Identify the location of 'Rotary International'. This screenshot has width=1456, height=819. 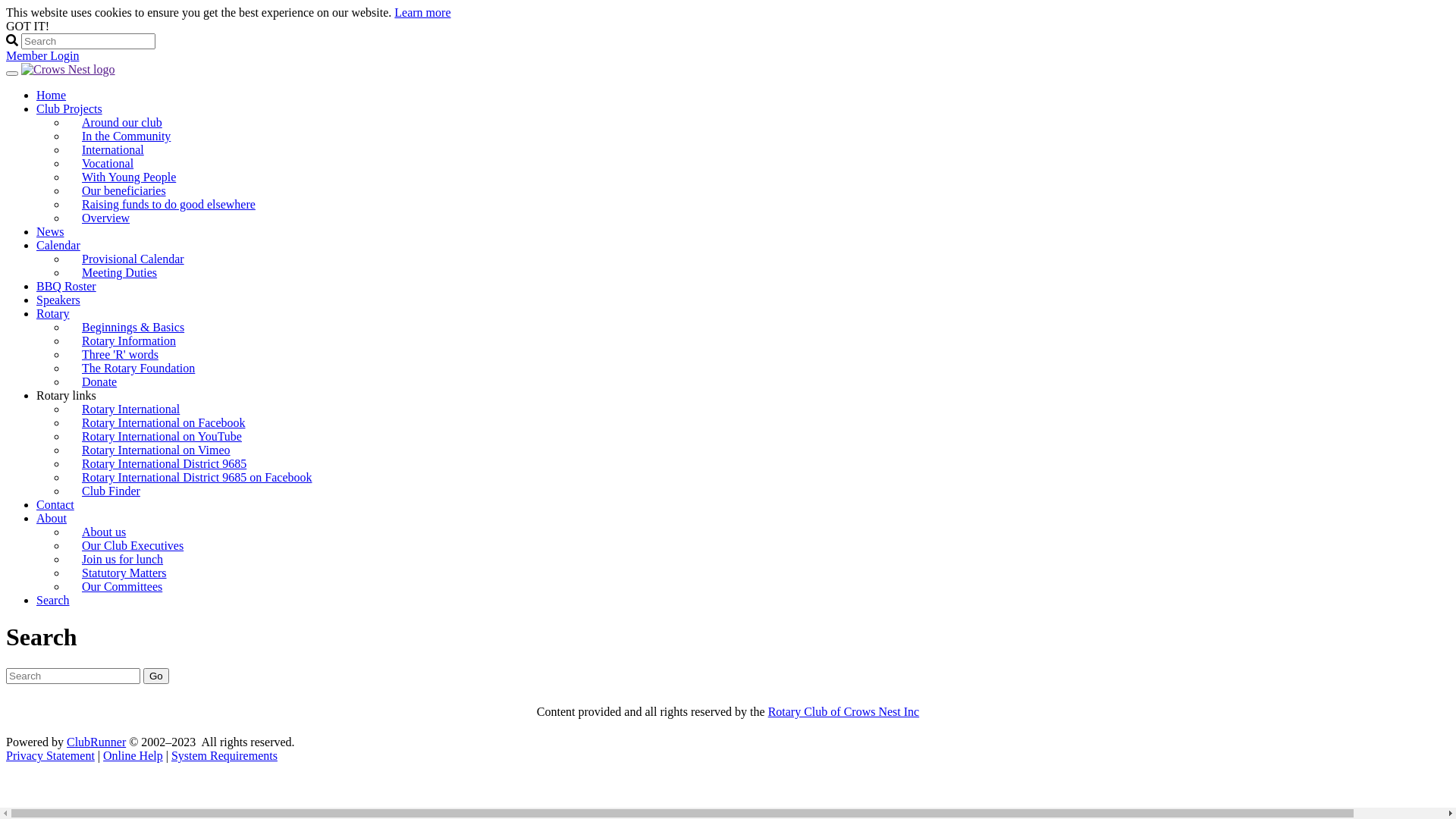
(130, 408).